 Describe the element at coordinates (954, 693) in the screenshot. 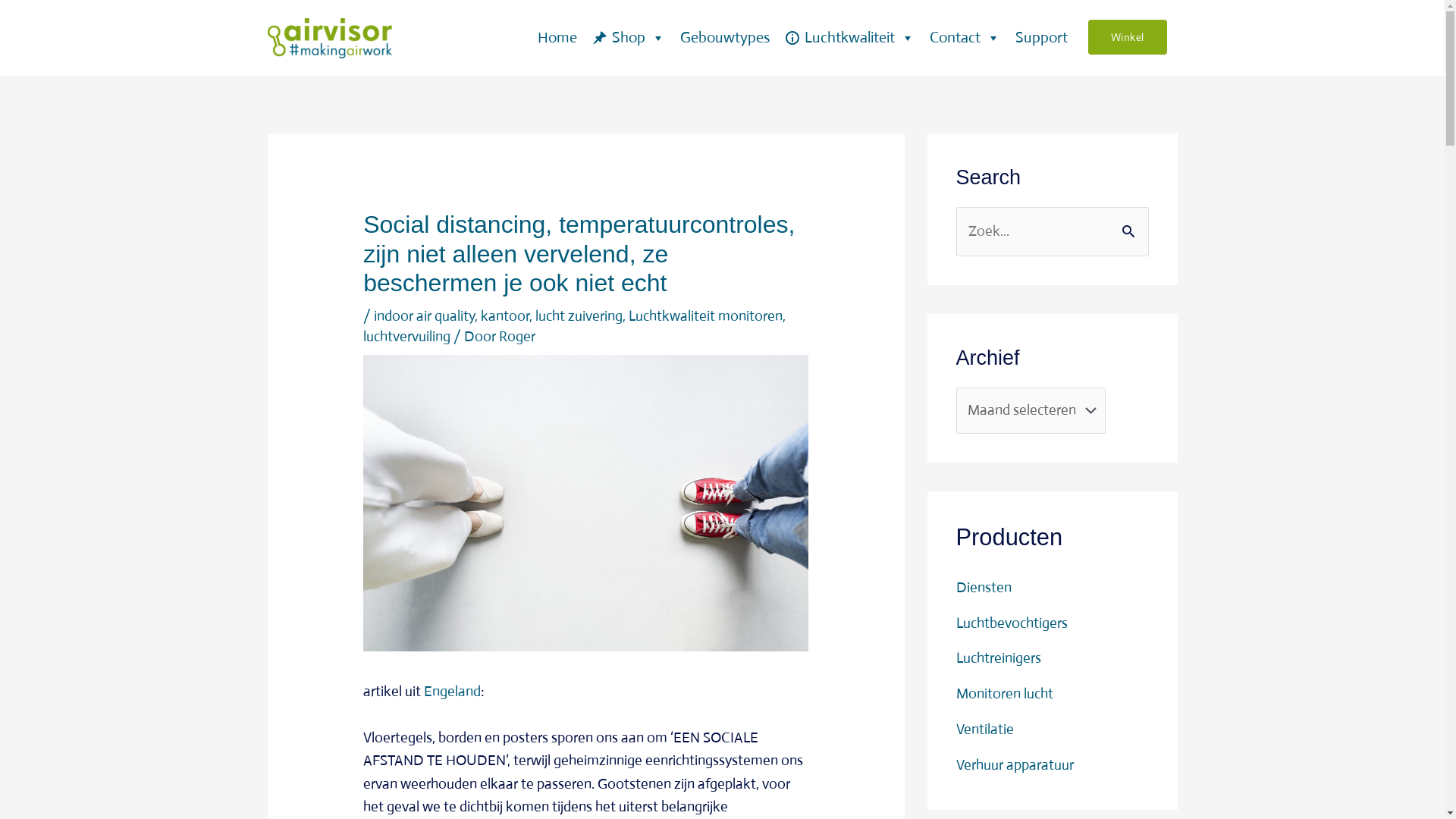

I see `'Monitoren lucht'` at that location.